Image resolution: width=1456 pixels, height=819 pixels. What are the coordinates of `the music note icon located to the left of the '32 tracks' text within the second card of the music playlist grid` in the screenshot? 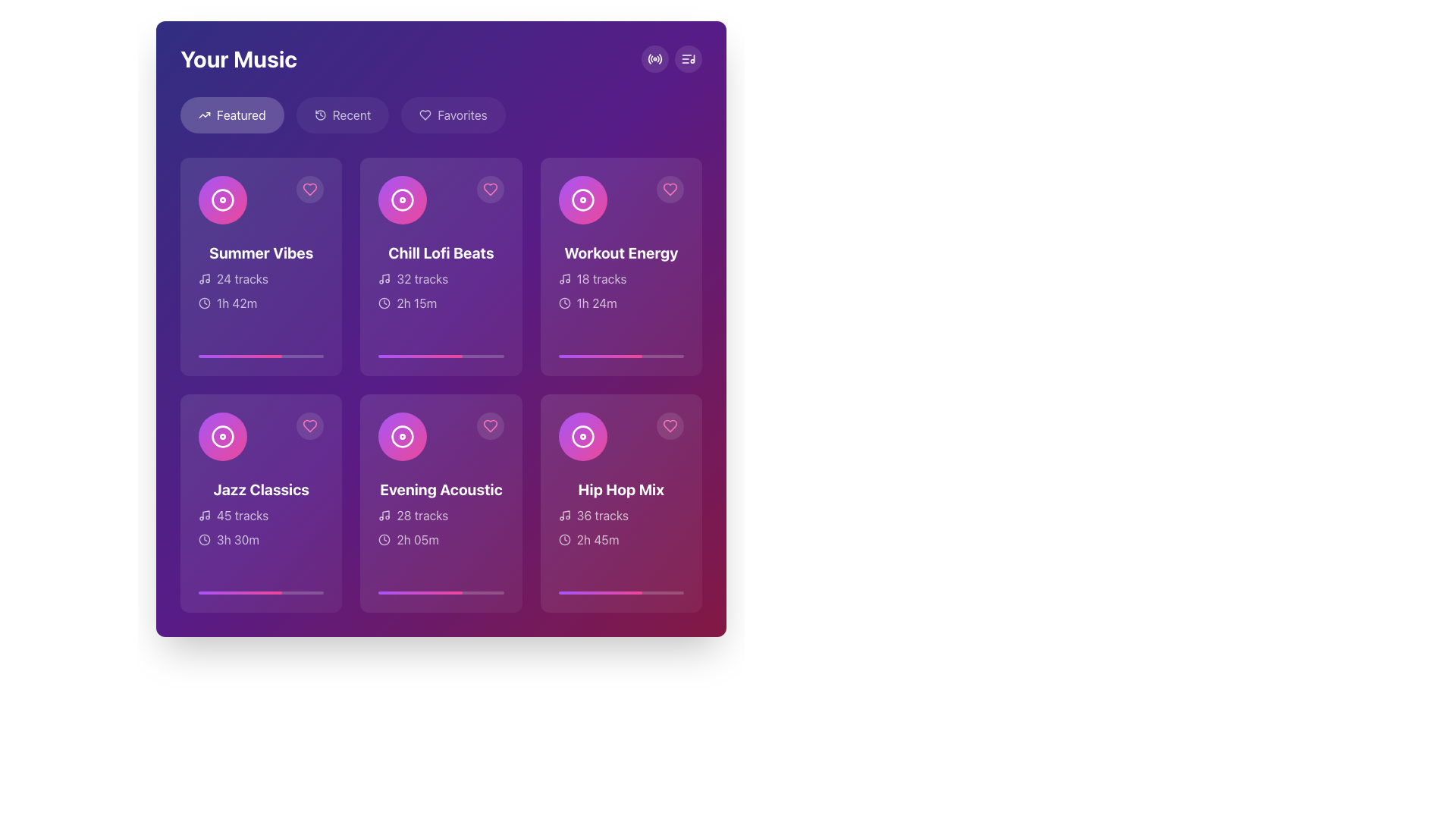 It's located at (384, 278).